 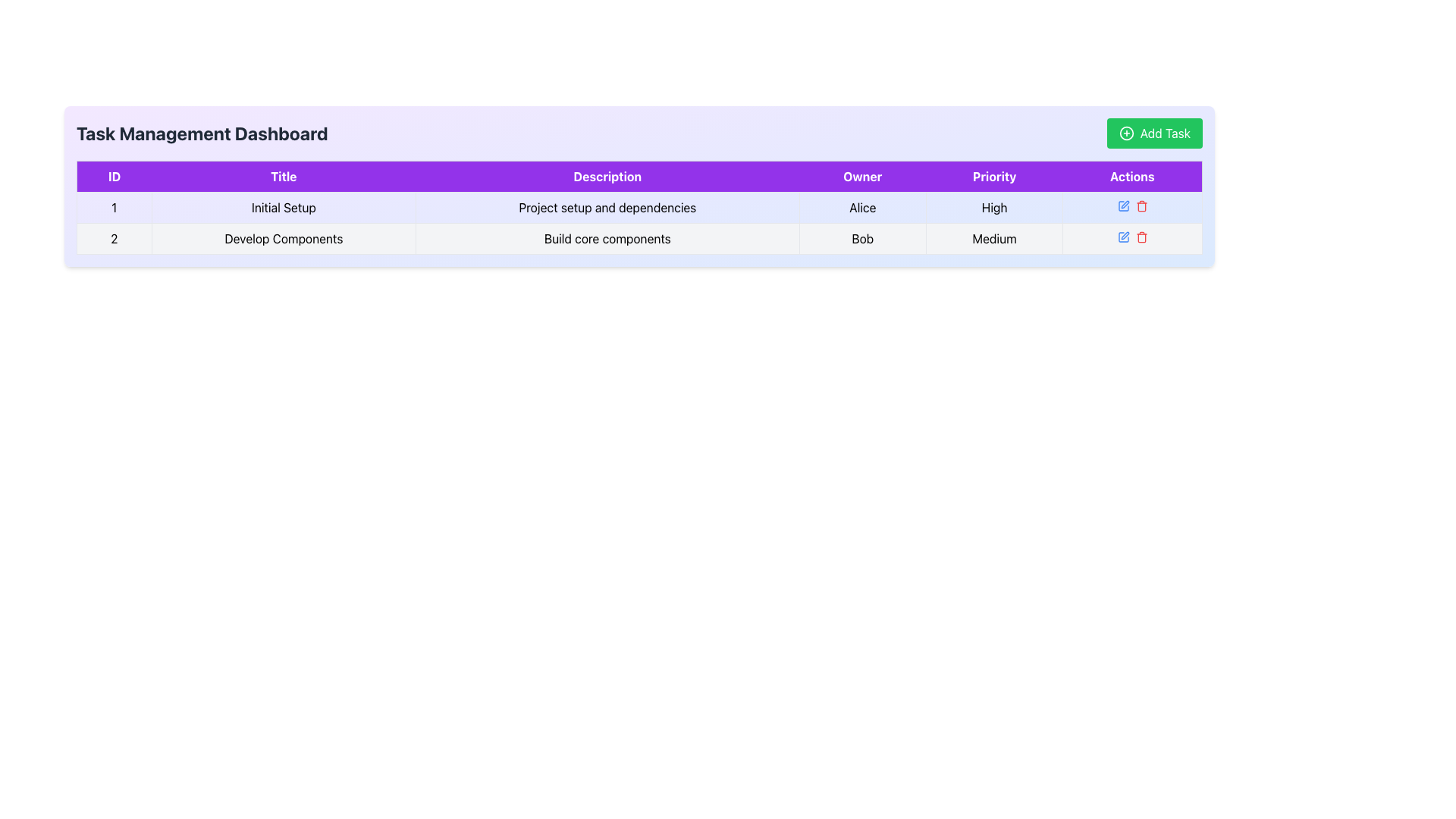 What do you see at coordinates (639, 175) in the screenshot?
I see `the Table Header Row element displaying 'ID, Title, Description, Owner, Priority, Actions' with a purple background and white text` at bounding box center [639, 175].